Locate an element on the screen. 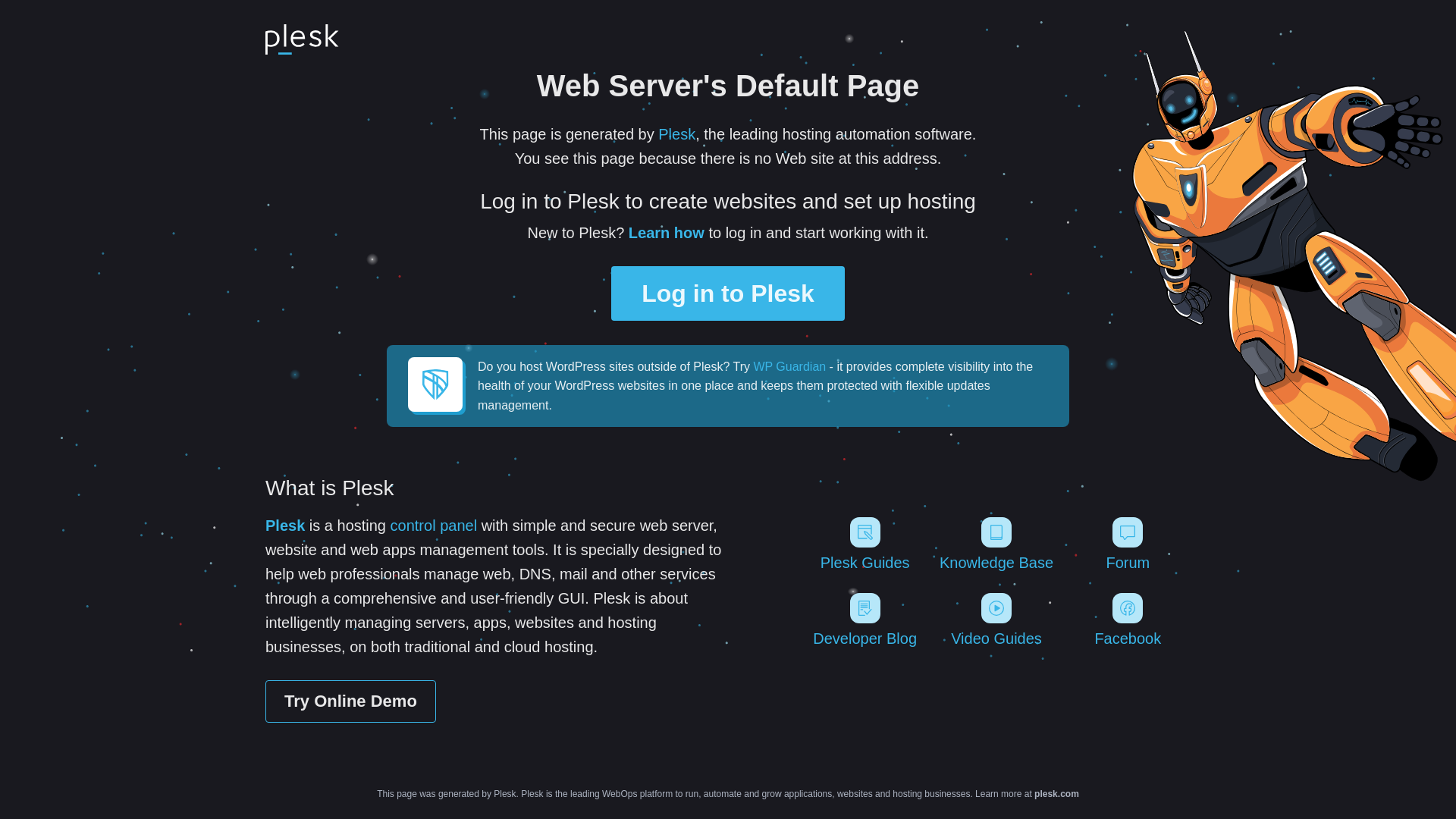  'WP Guardian' is located at coordinates (789, 366).